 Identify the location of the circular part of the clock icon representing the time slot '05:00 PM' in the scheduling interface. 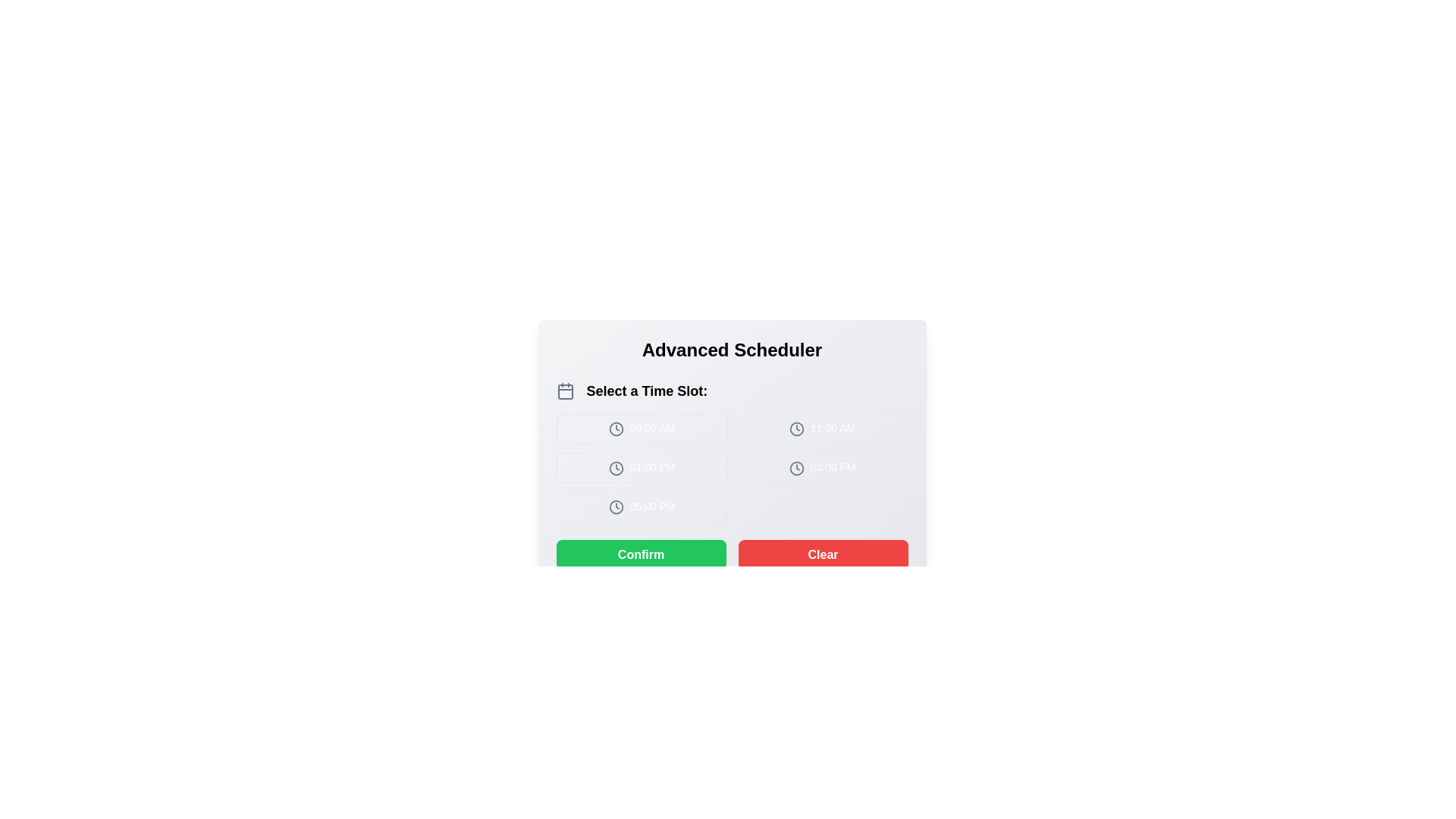
(616, 507).